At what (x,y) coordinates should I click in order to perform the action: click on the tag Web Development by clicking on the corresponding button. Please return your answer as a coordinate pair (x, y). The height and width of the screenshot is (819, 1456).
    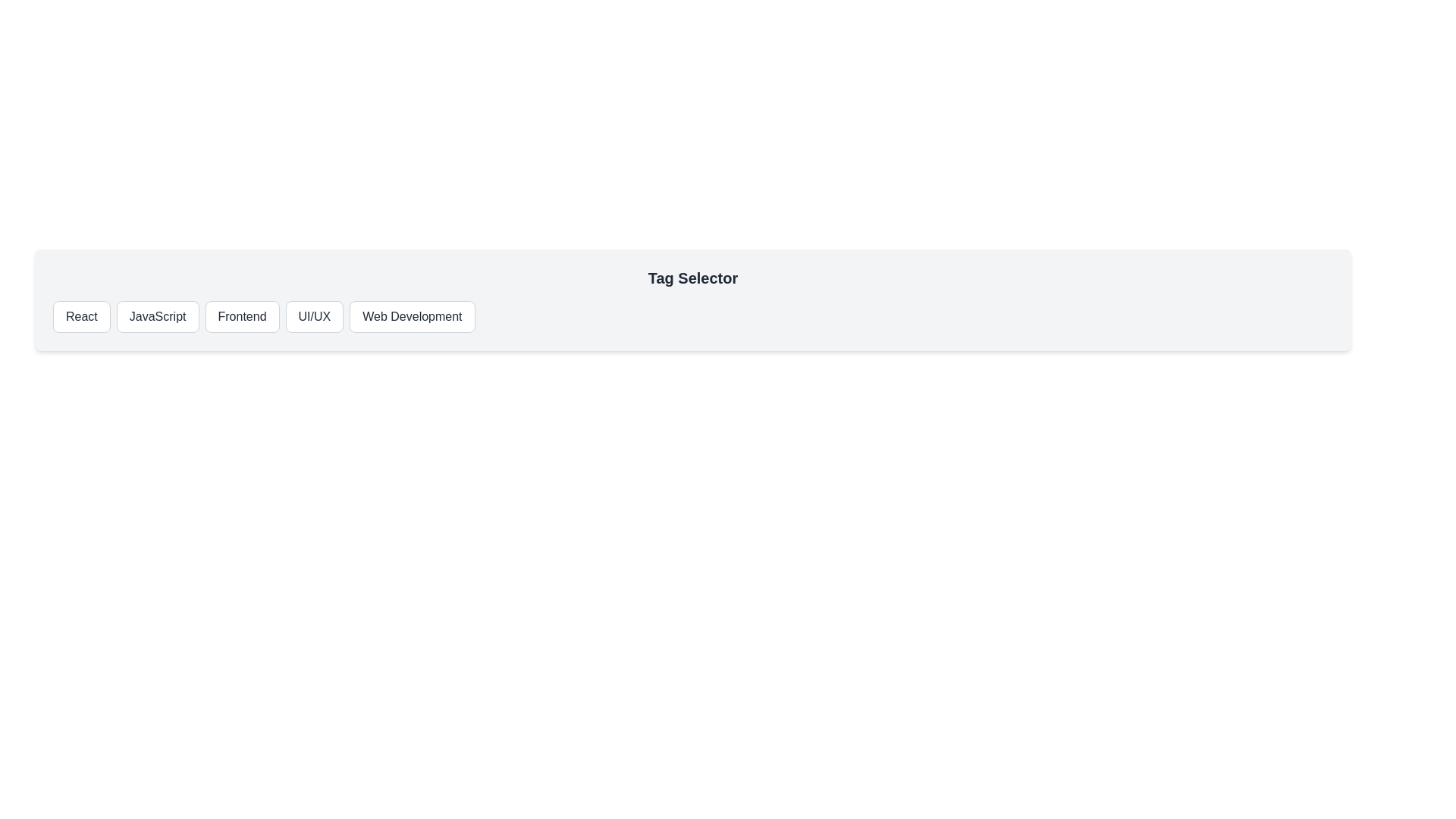
    Looking at the image, I should click on (411, 315).